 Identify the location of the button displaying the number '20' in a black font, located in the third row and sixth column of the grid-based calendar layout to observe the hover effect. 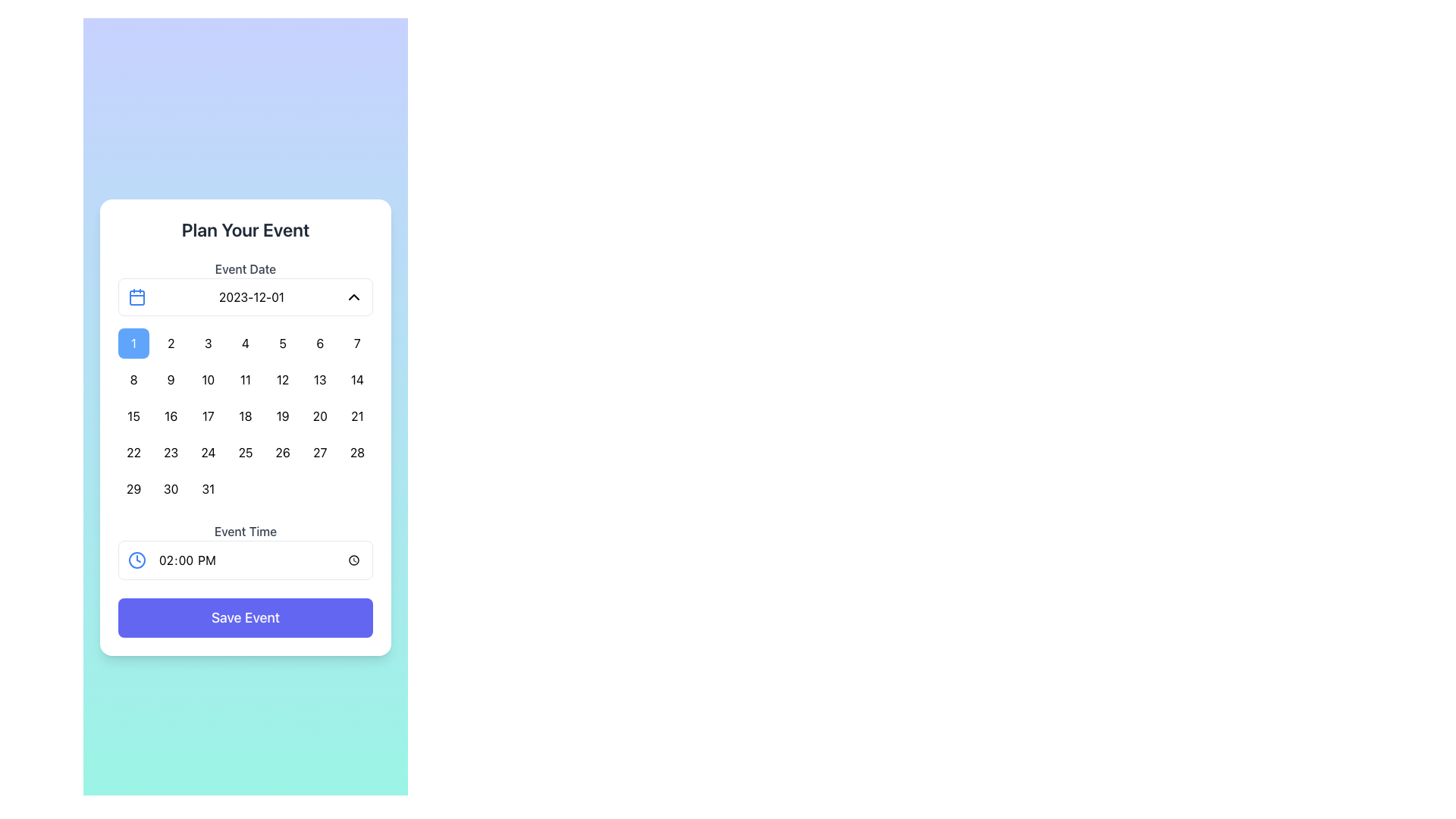
(319, 416).